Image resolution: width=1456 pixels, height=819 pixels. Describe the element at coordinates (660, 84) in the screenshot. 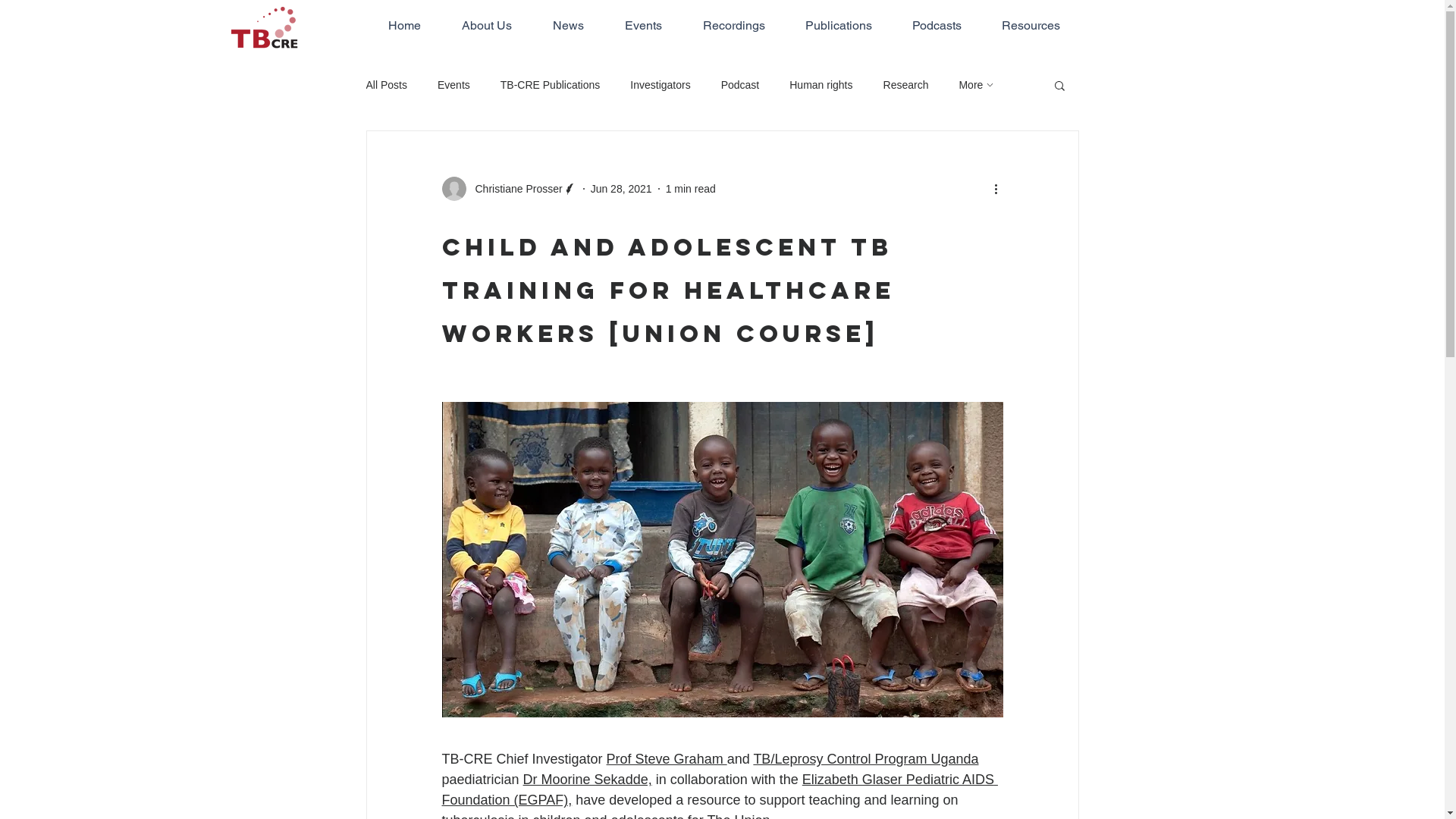

I see `'Investigators'` at that location.